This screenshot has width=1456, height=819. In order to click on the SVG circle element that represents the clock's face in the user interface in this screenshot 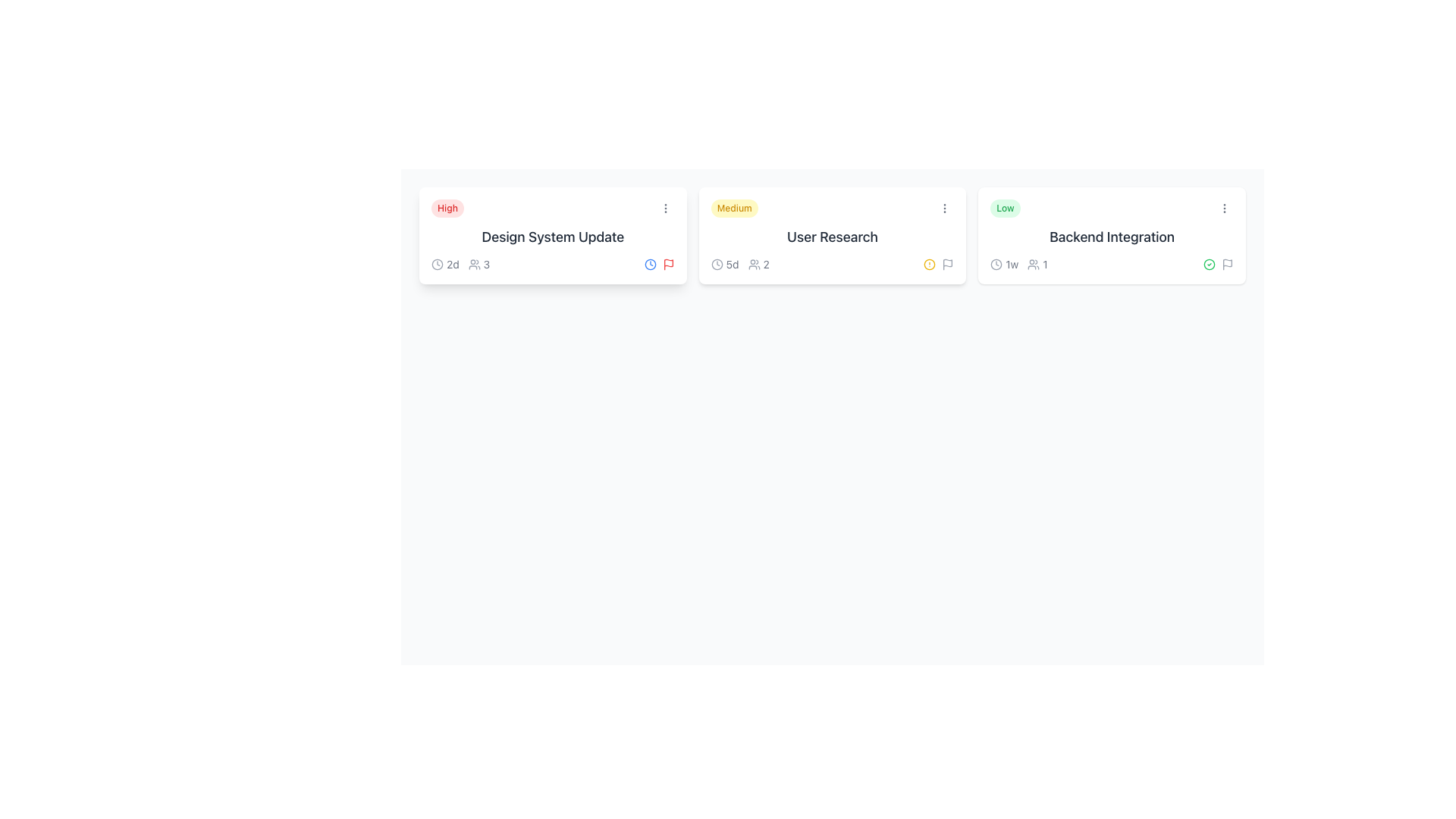, I will do `click(996, 263)`.